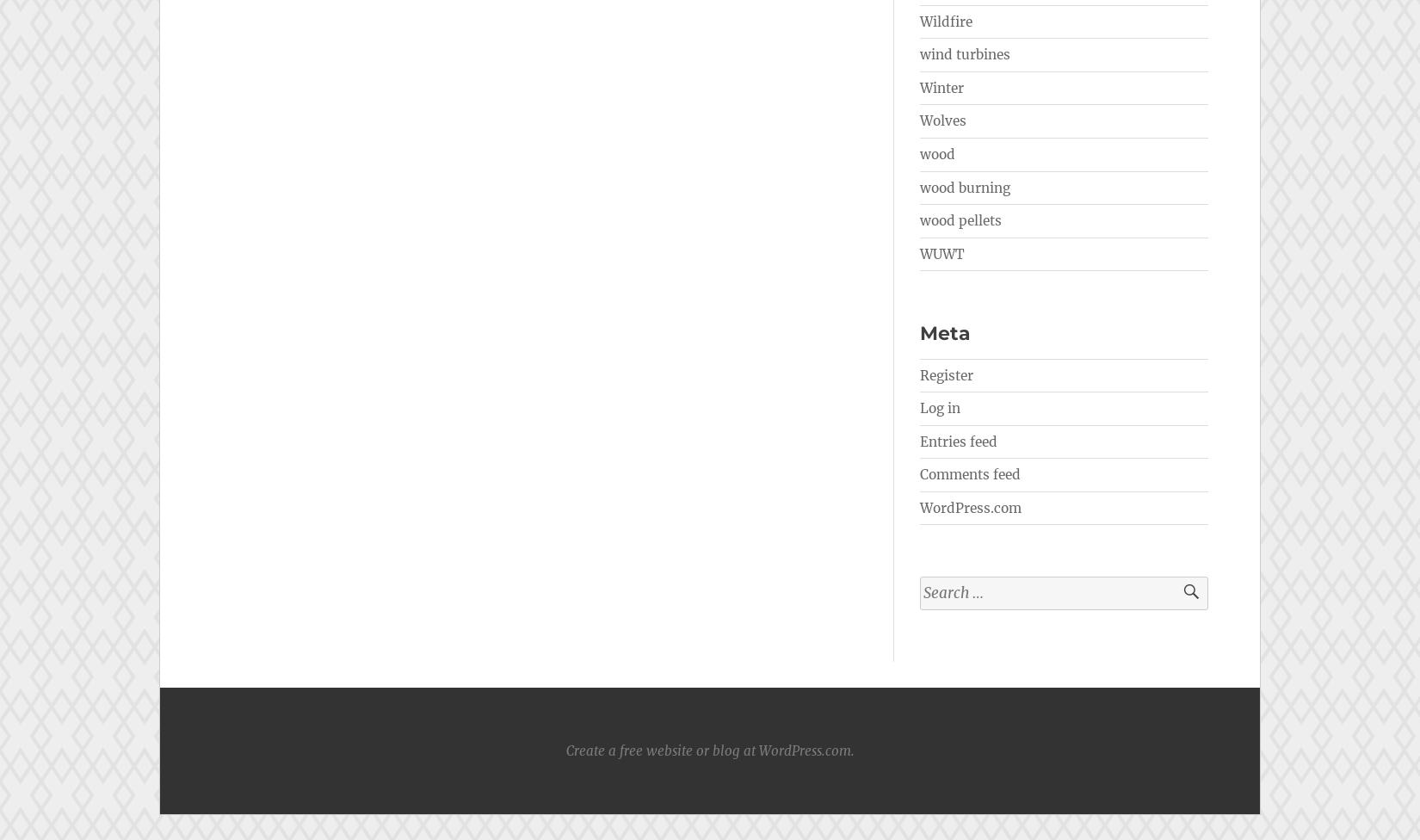  I want to click on 'Register', so click(947, 374).